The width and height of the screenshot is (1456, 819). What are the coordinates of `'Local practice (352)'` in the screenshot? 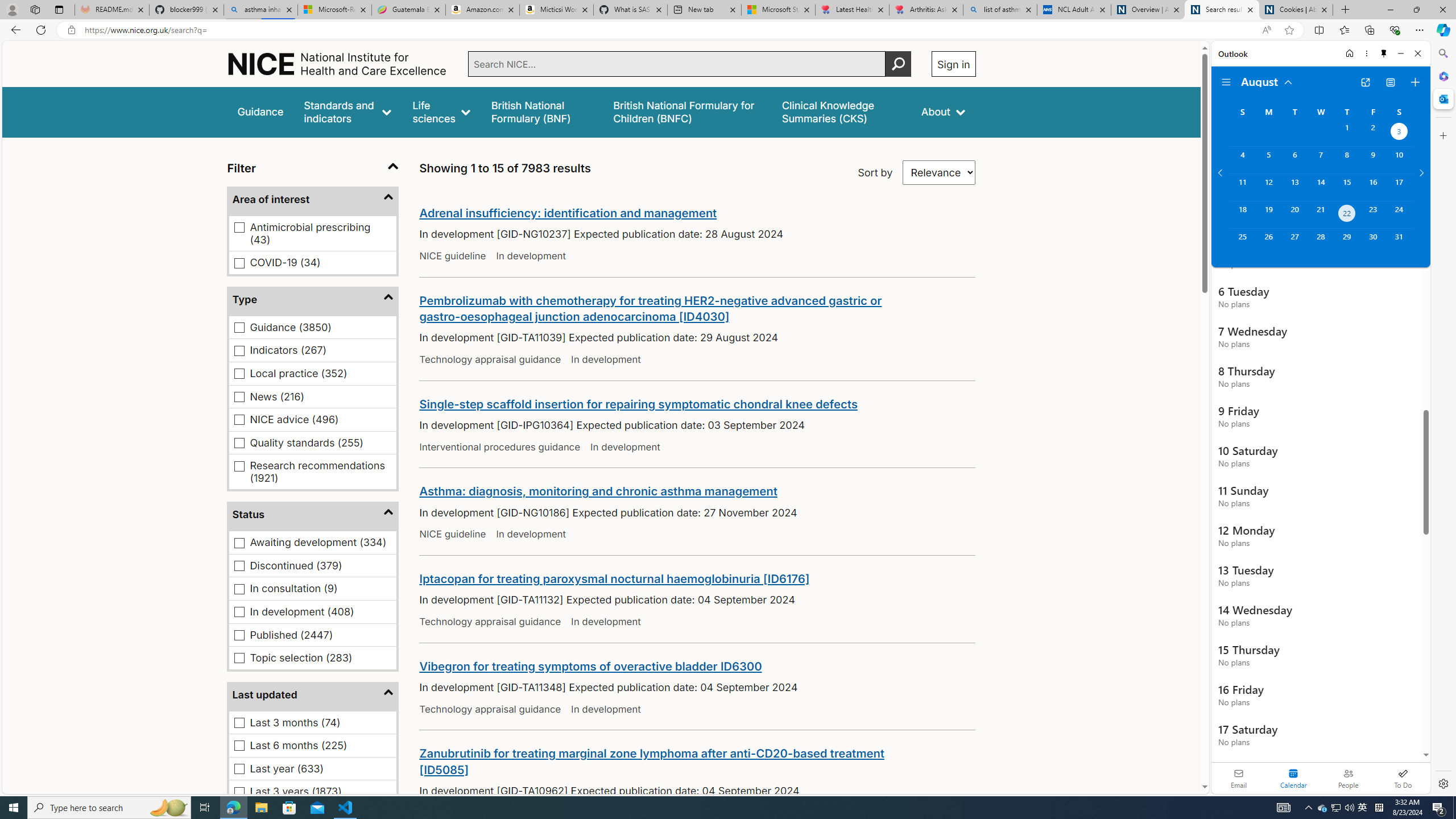 It's located at (239, 373).